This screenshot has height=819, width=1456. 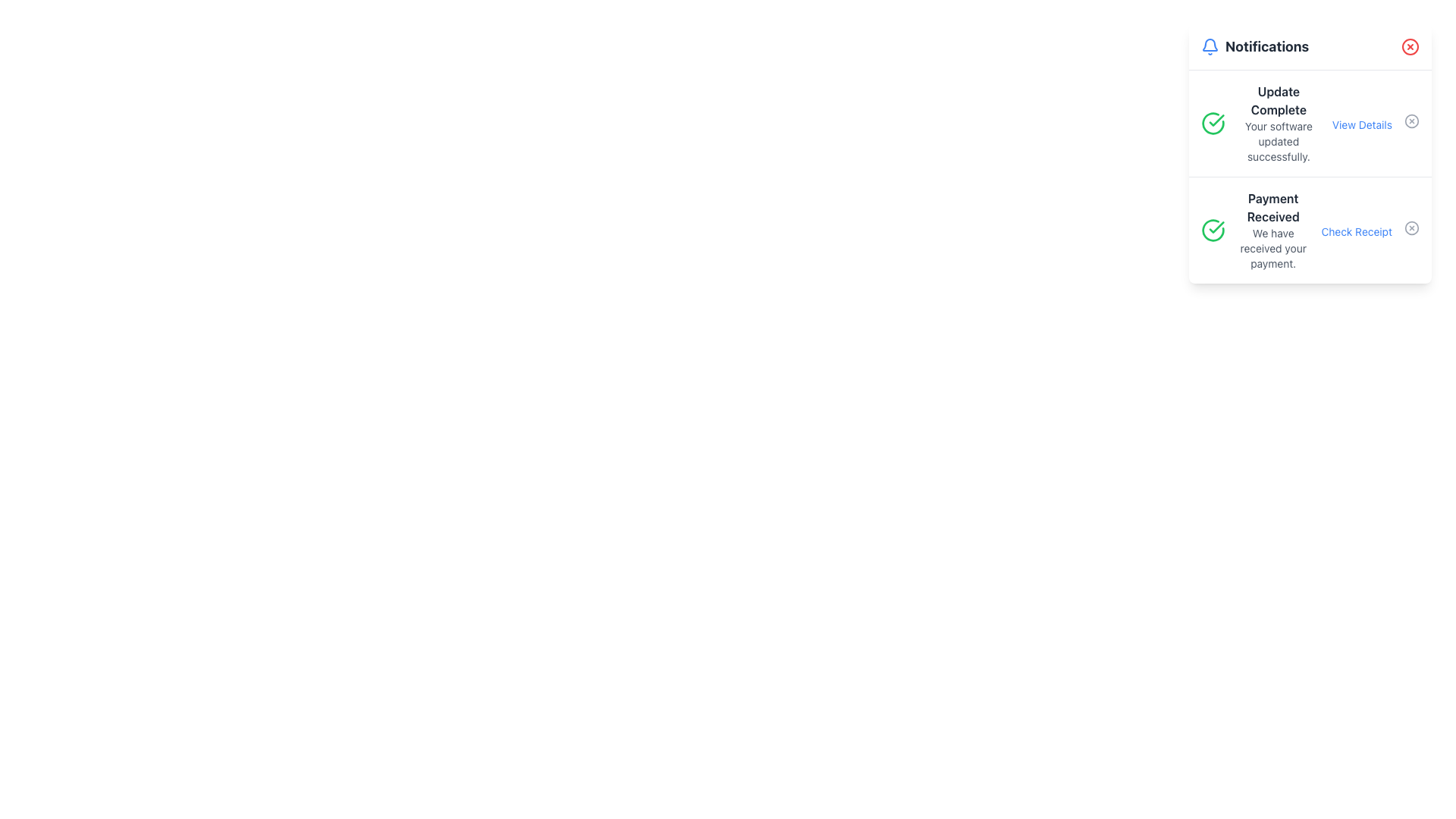 I want to click on the Text Label, so click(x=1273, y=207).